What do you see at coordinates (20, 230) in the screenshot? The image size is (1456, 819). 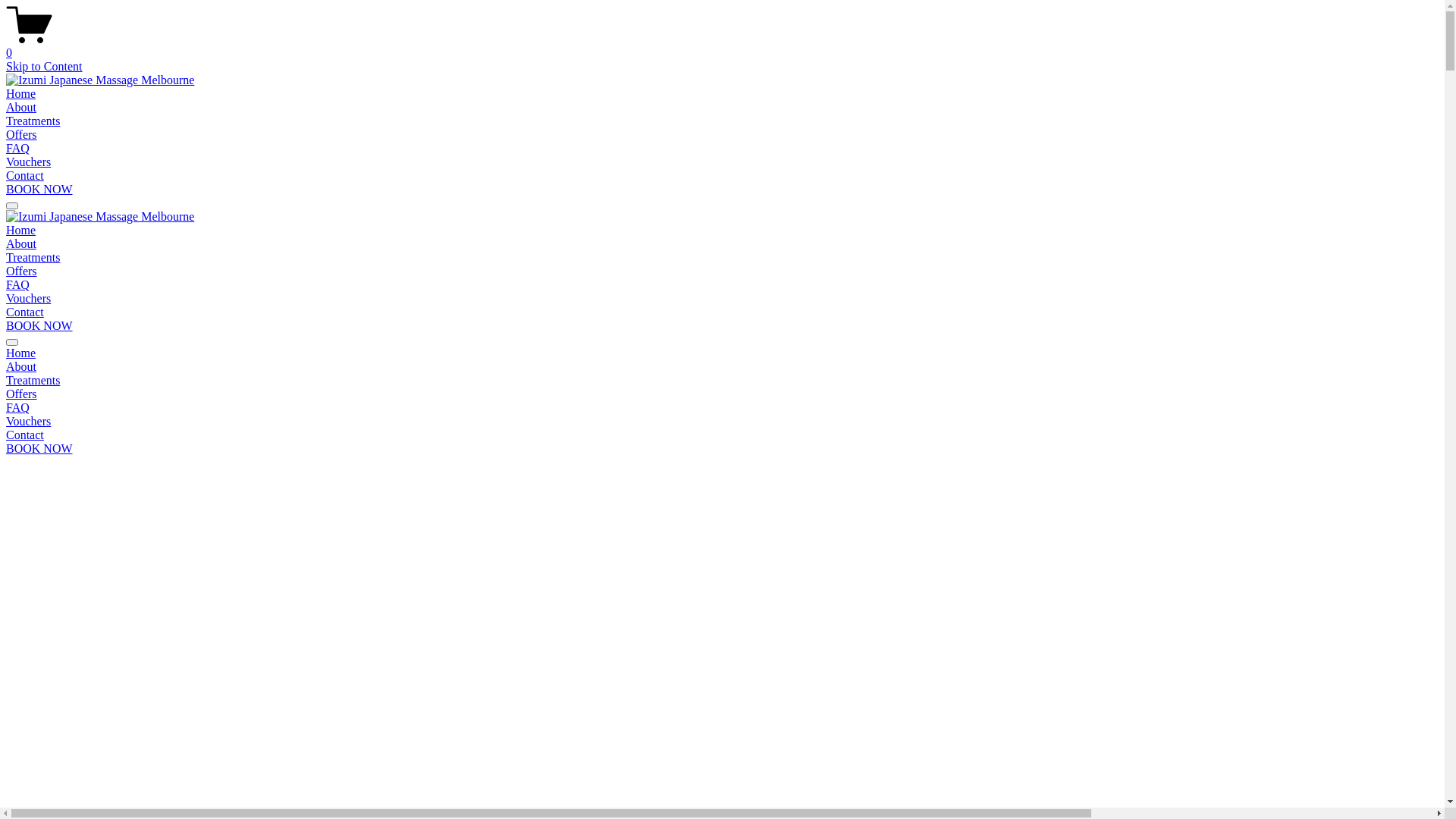 I see `'Home'` at bounding box center [20, 230].